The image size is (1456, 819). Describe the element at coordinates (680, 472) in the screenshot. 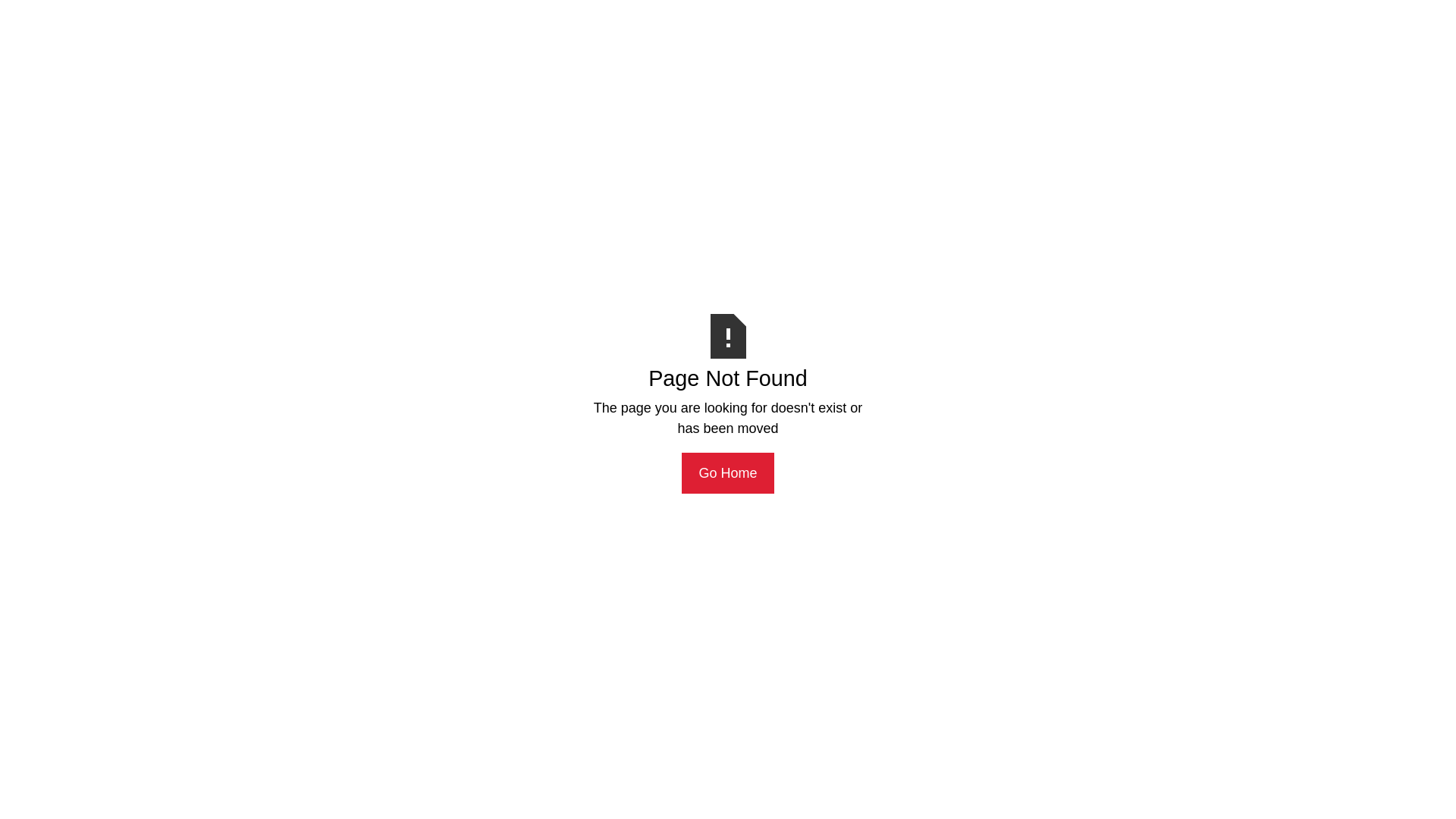

I see `'Go Home'` at that location.